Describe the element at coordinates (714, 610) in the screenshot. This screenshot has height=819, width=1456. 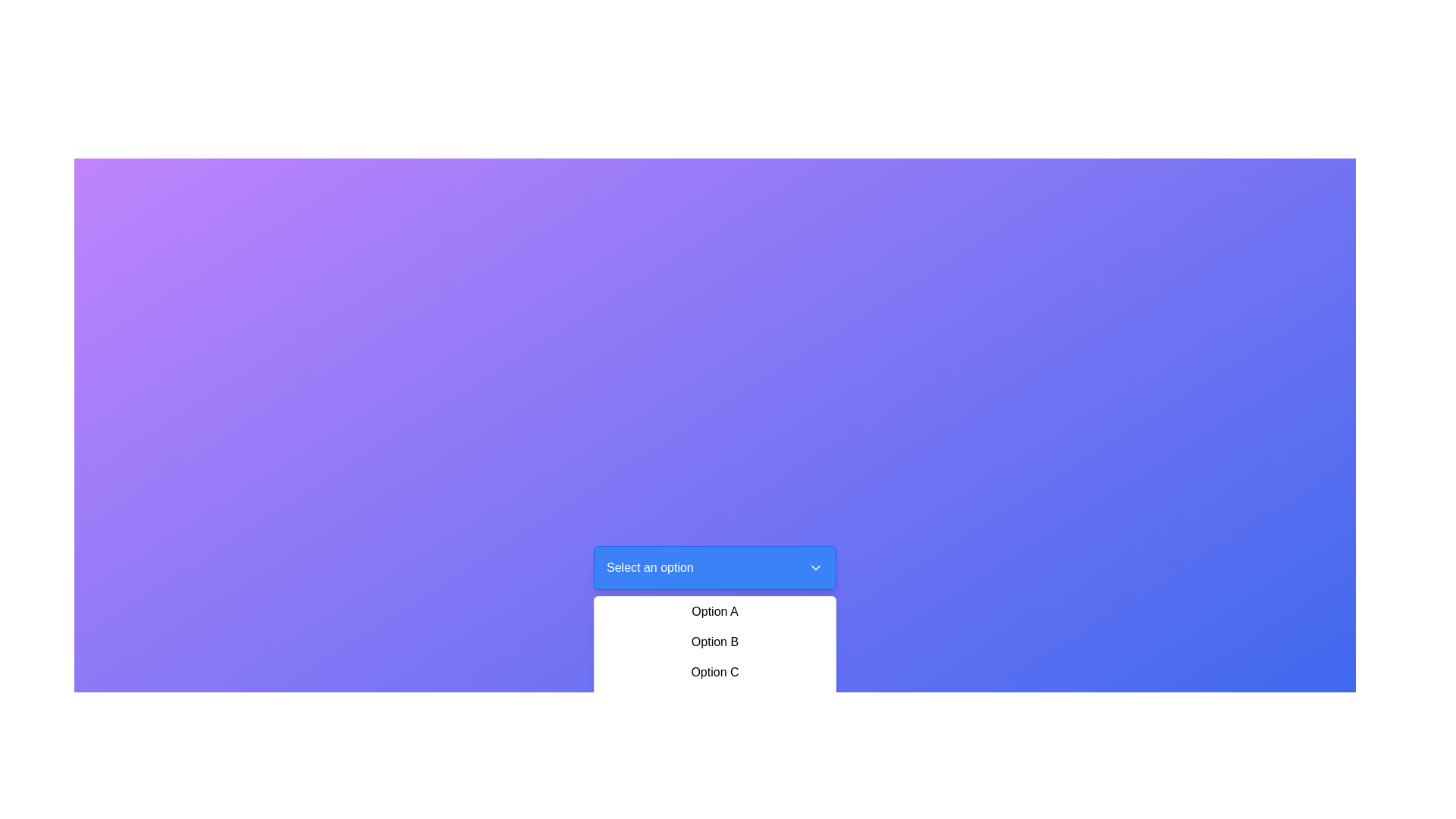
I see `the first option in the dropdown menu` at that location.